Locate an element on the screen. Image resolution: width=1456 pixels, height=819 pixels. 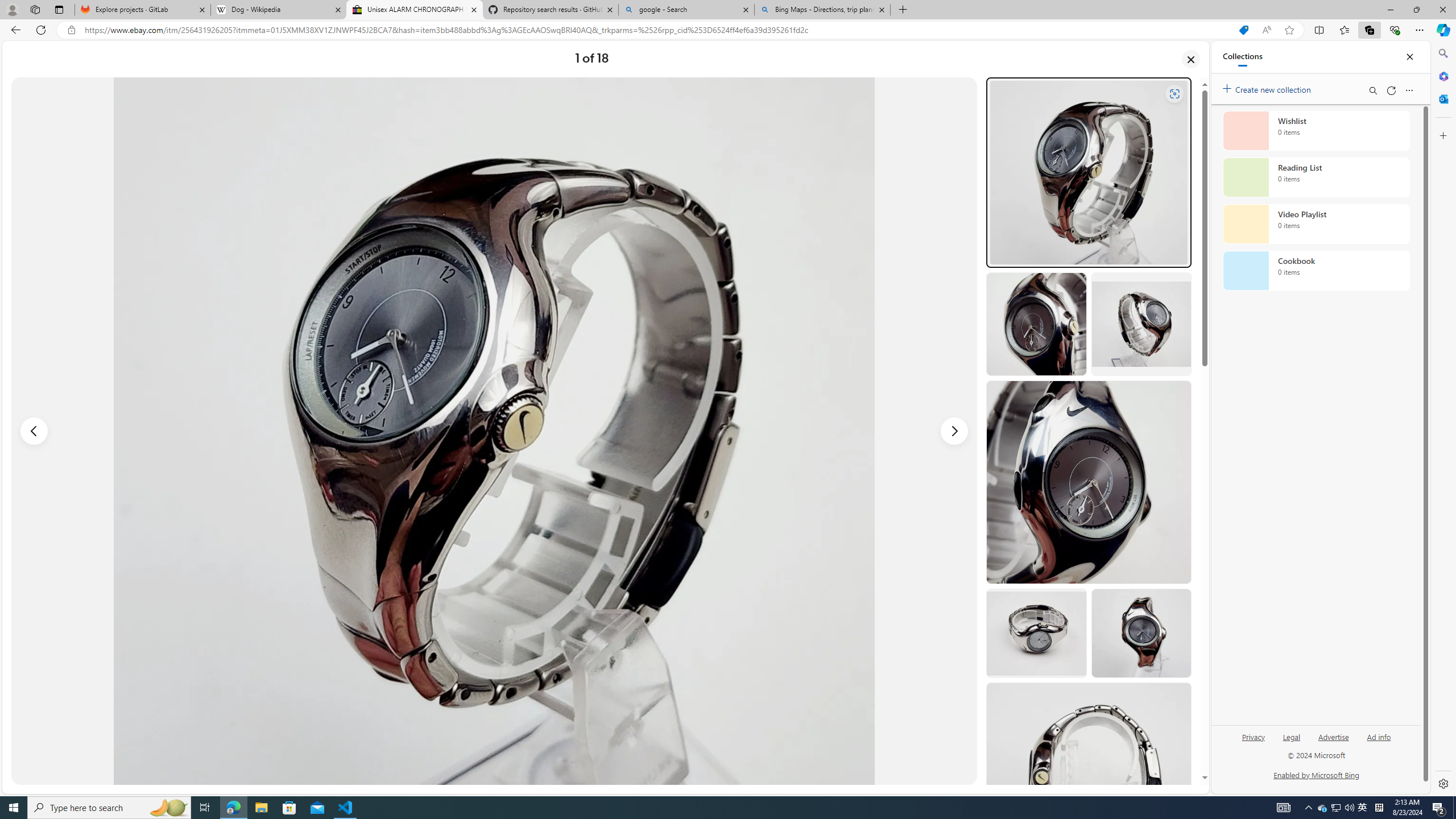
'Legal' is located at coordinates (1291, 736).